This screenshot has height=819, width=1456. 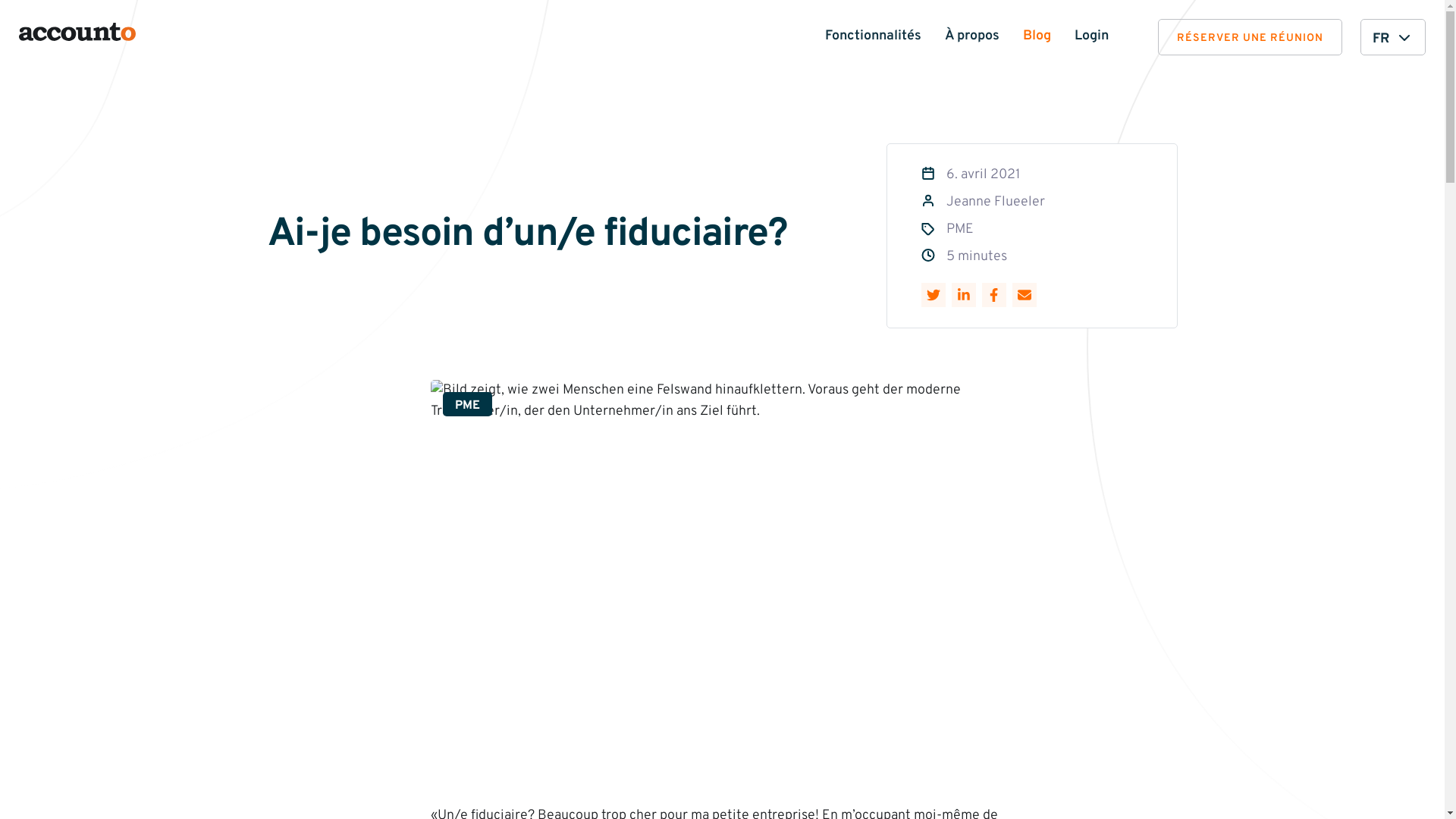 I want to click on 'Login', so click(x=1090, y=35).